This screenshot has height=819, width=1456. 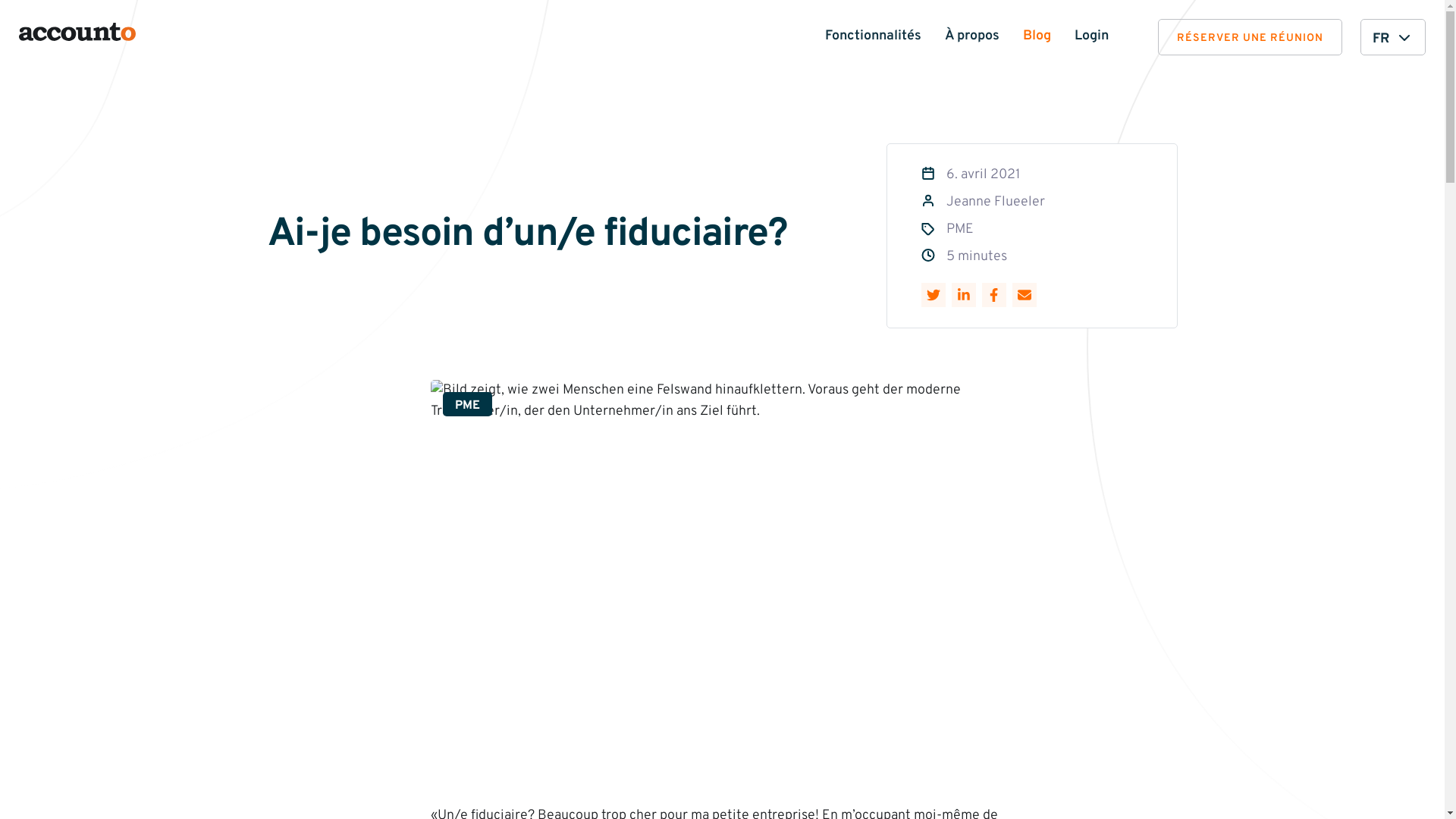 I want to click on 'Login', so click(x=1090, y=35).